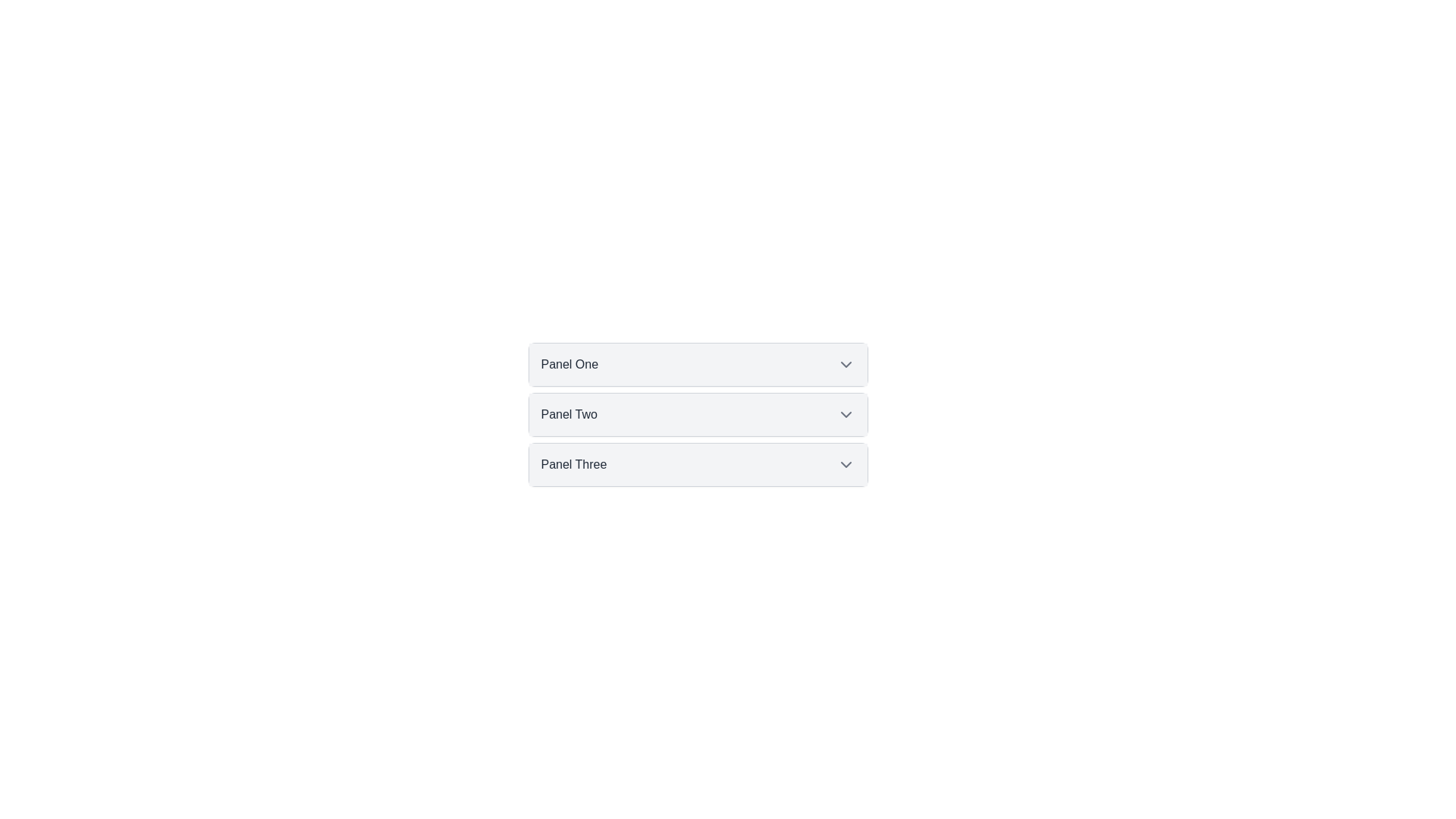 Image resolution: width=1456 pixels, height=819 pixels. What do you see at coordinates (573, 464) in the screenshot?
I see `the text label that reads 'Panel Three', which is styled with gray text color and located in the left-central area of the third panel header` at bounding box center [573, 464].